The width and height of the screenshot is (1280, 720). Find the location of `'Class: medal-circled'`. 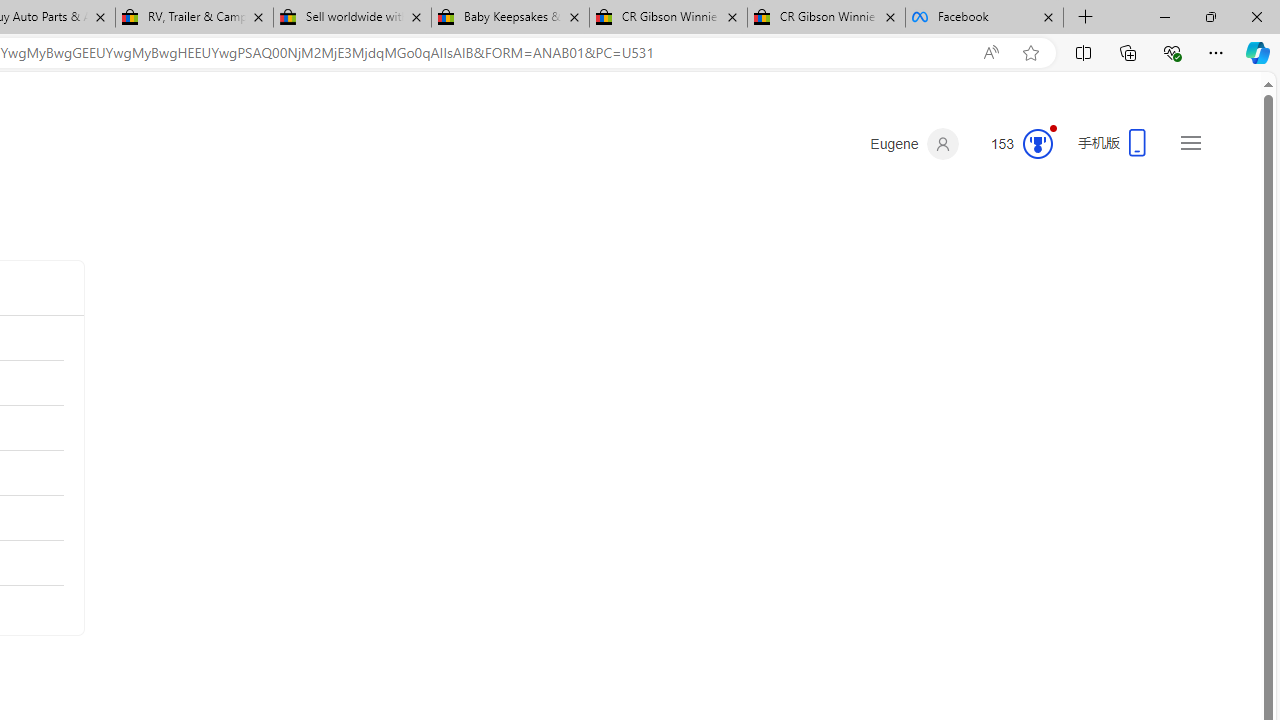

'Class: medal-circled' is located at coordinates (1037, 143).